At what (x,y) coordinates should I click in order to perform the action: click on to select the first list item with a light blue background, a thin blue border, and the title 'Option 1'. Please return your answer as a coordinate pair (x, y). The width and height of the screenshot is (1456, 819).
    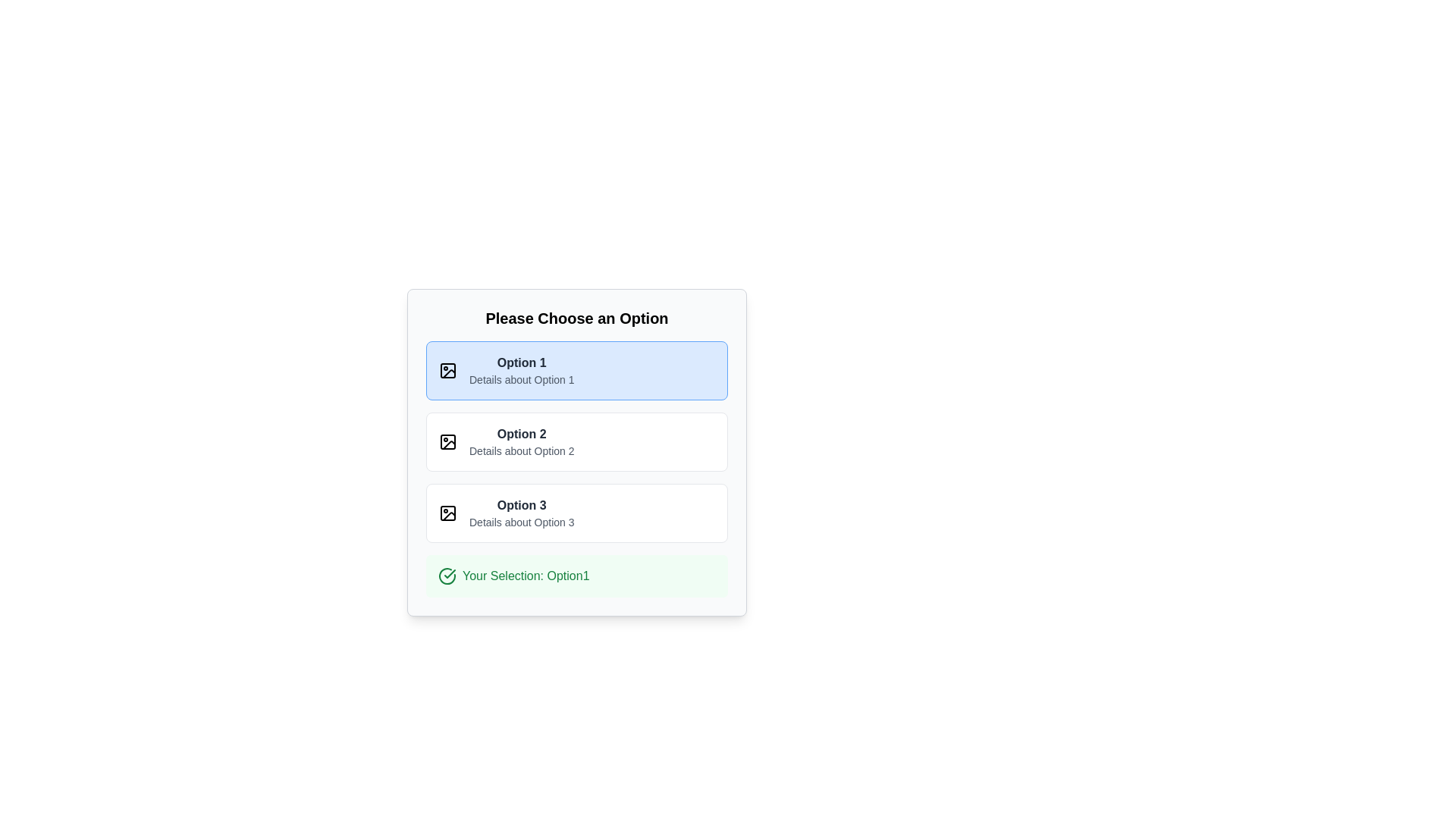
    Looking at the image, I should click on (576, 371).